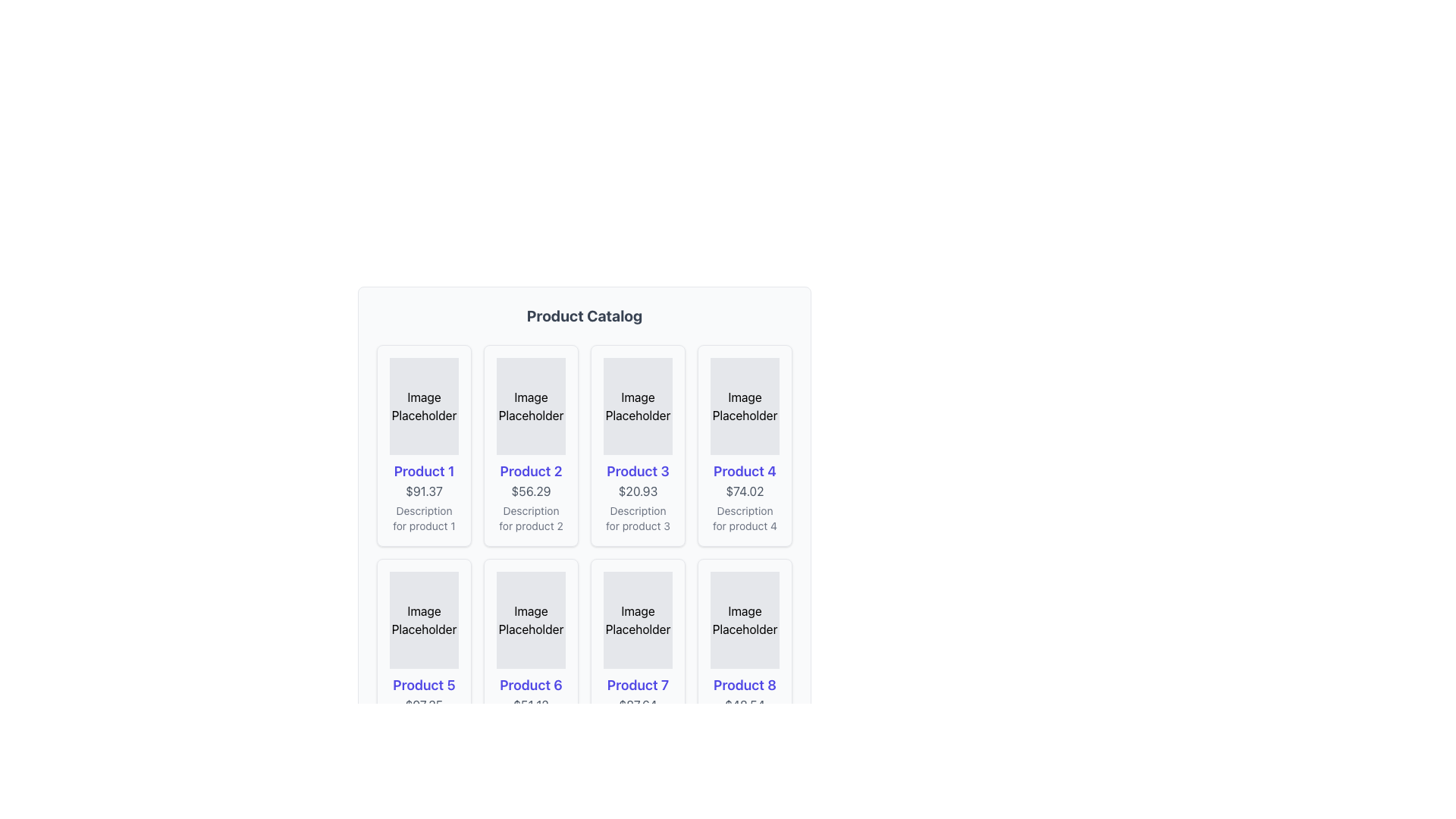 The image size is (1456, 819). What do you see at coordinates (531, 470) in the screenshot?
I see `the 'Product 2' label in the second column of the product grid, which is above the price label and below the image placeholder, if it is linked` at bounding box center [531, 470].